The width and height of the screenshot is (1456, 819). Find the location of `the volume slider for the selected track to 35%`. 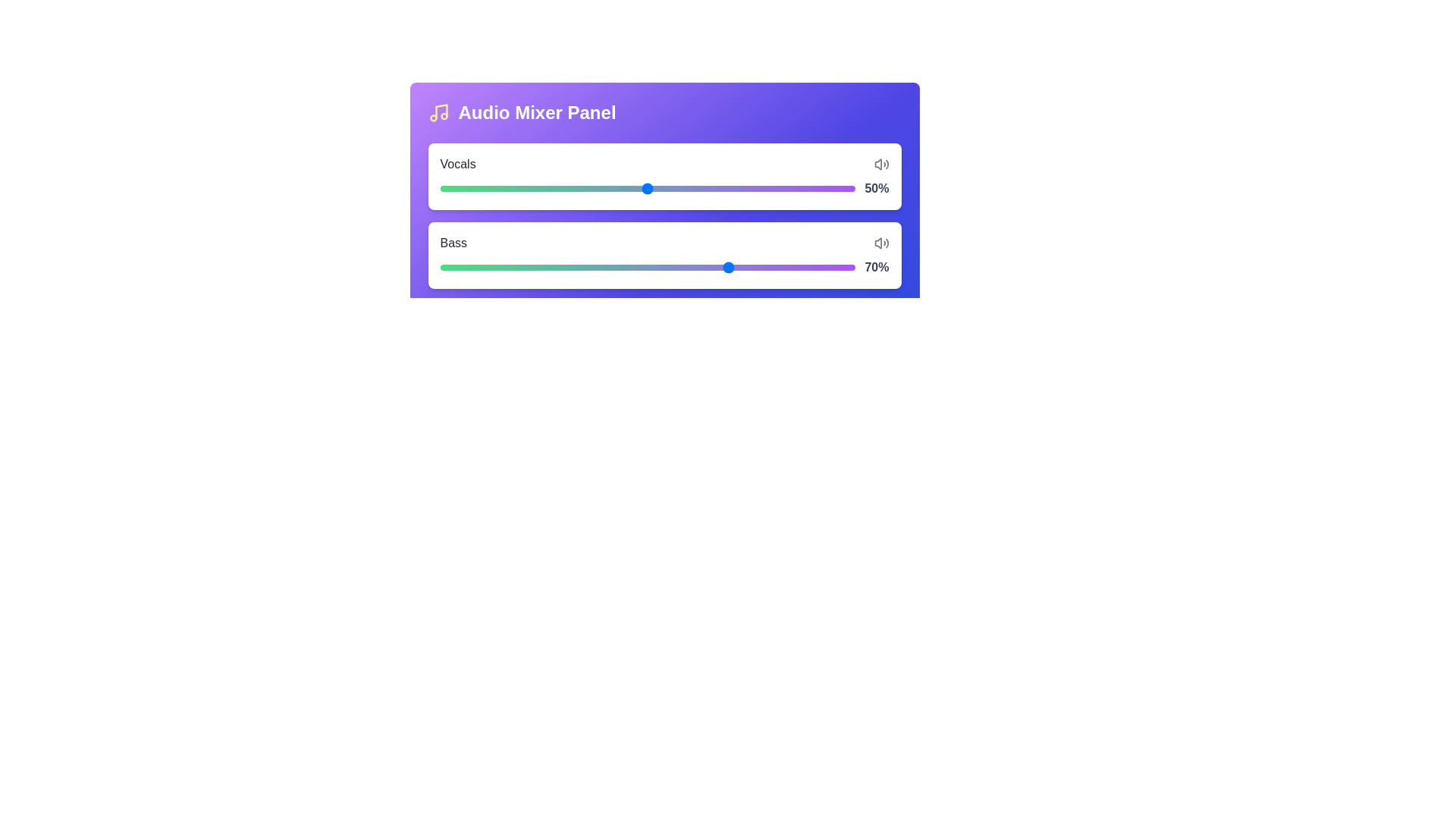

the volume slider for the selected track to 35% is located at coordinates (585, 185).